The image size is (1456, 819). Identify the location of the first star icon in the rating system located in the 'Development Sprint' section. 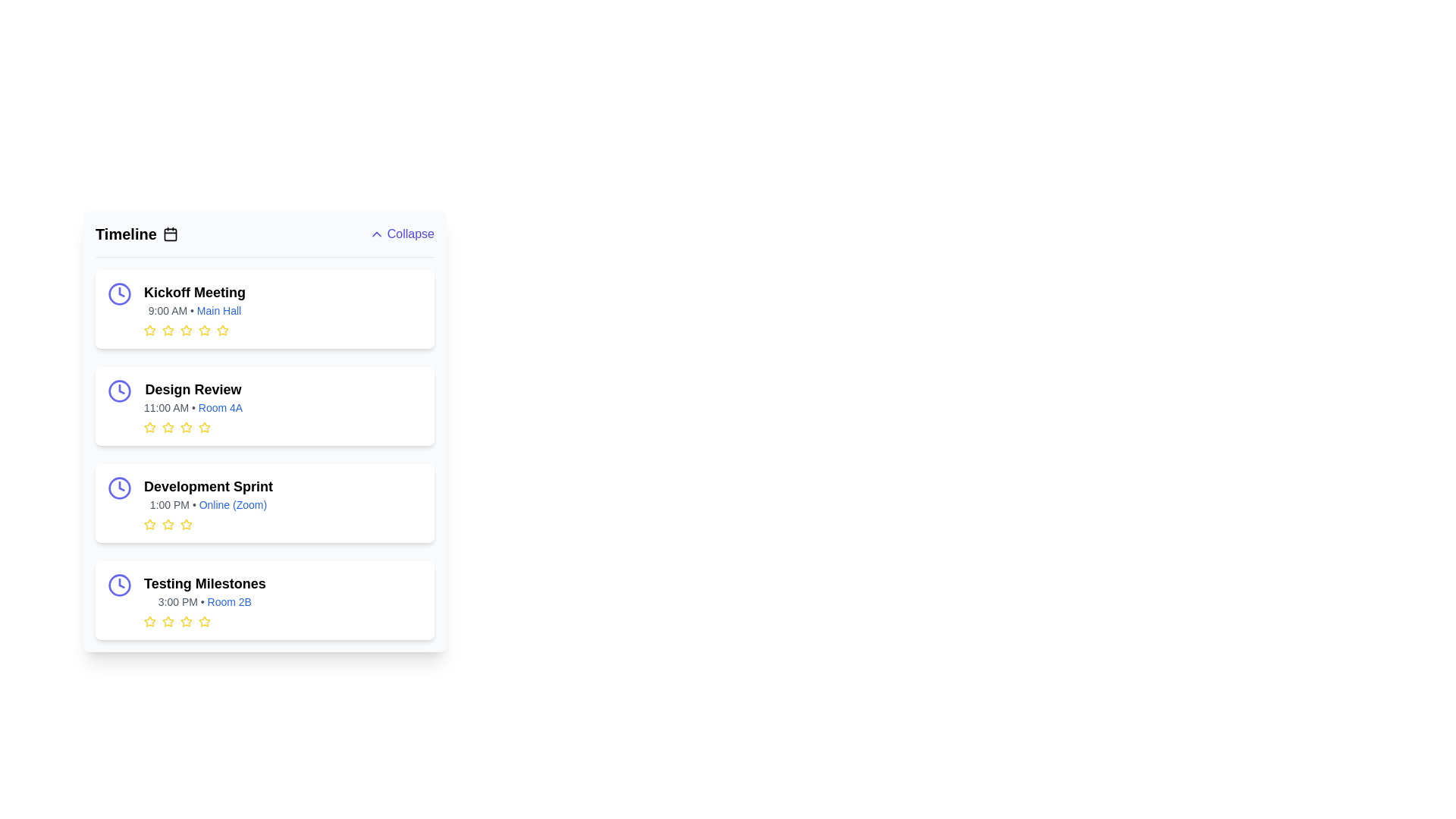
(149, 523).